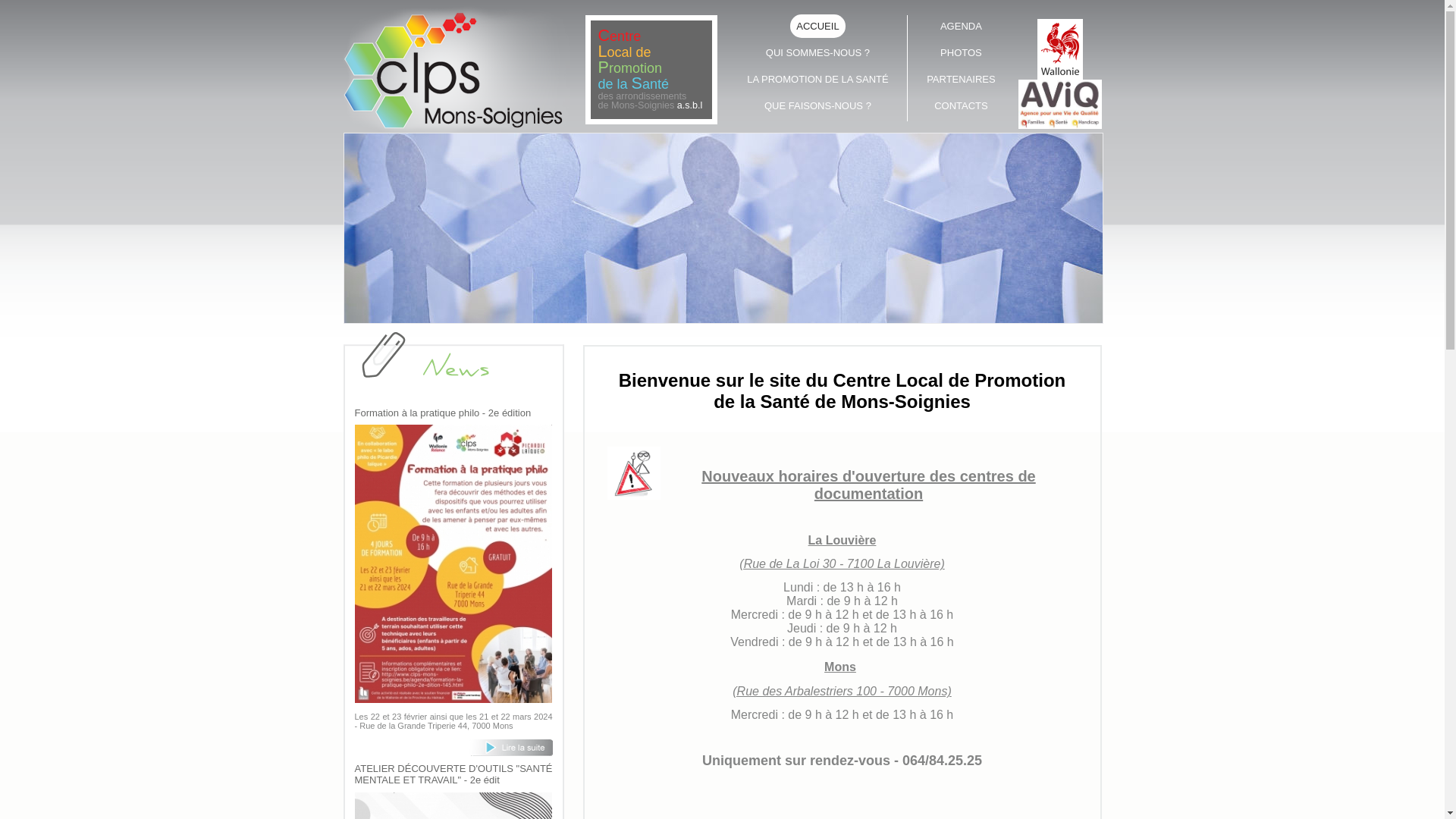 Image resolution: width=1456 pixels, height=819 pixels. What do you see at coordinates (739, 104) in the screenshot?
I see `'QUE FAISONS-NOUS ?'` at bounding box center [739, 104].